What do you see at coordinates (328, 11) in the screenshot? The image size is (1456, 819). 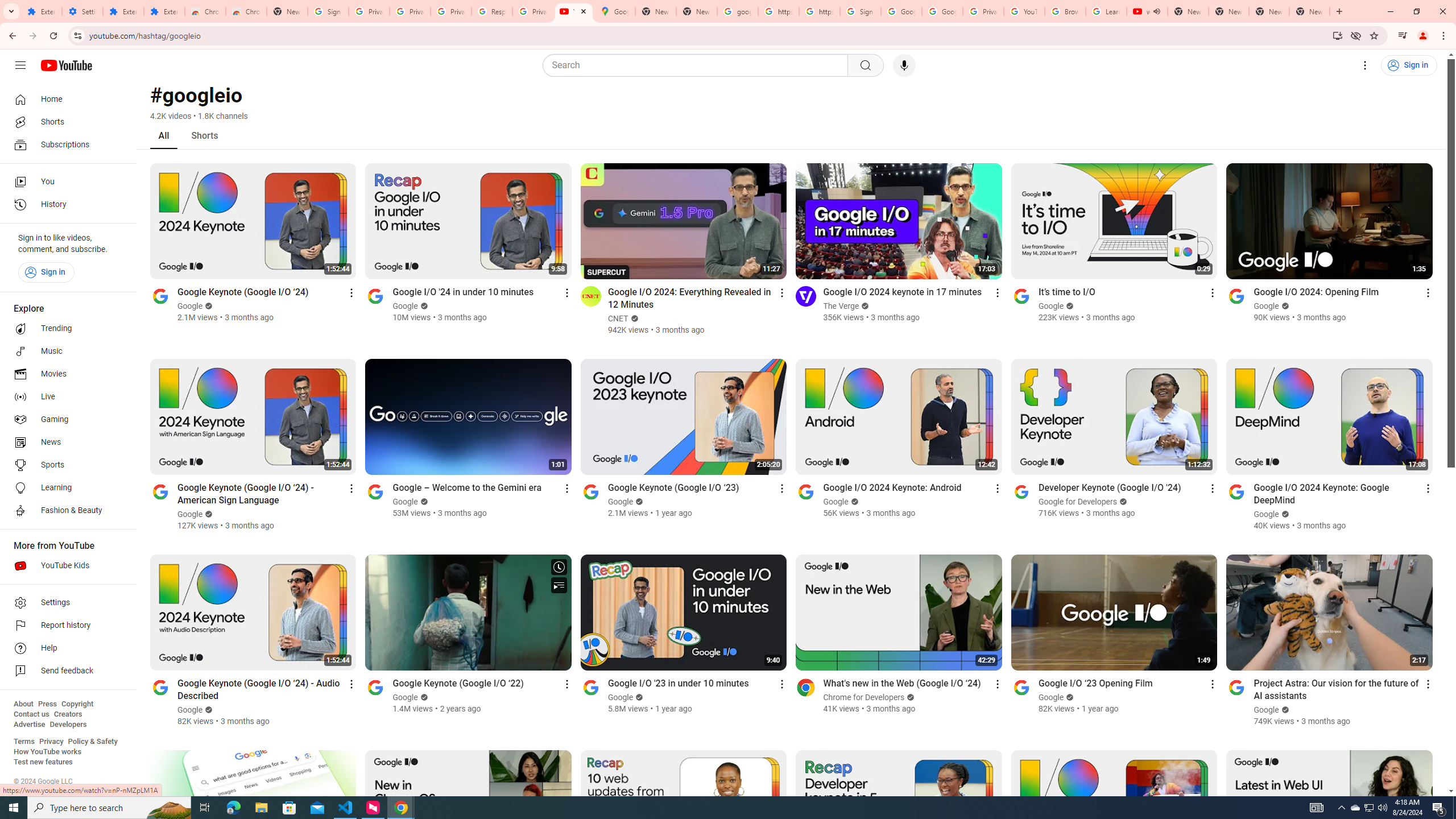 I see `'Sign in - Google Accounts'` at bounding box center [328, 11].